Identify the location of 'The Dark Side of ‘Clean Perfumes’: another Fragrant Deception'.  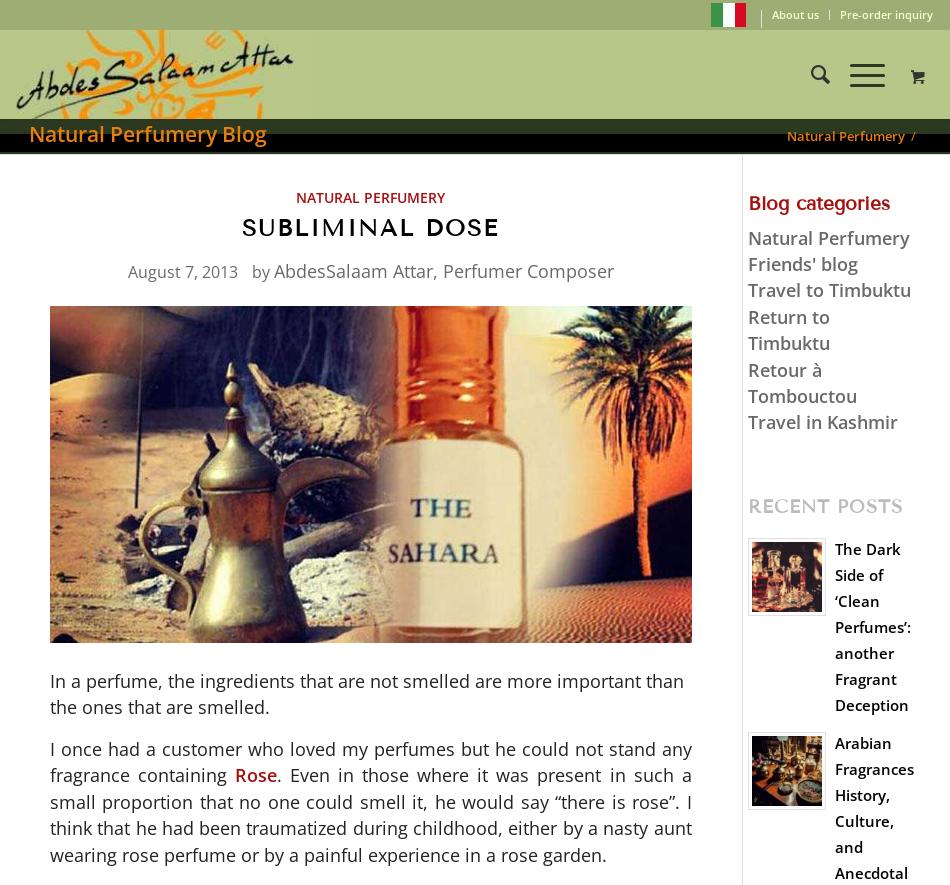
(871, 626).